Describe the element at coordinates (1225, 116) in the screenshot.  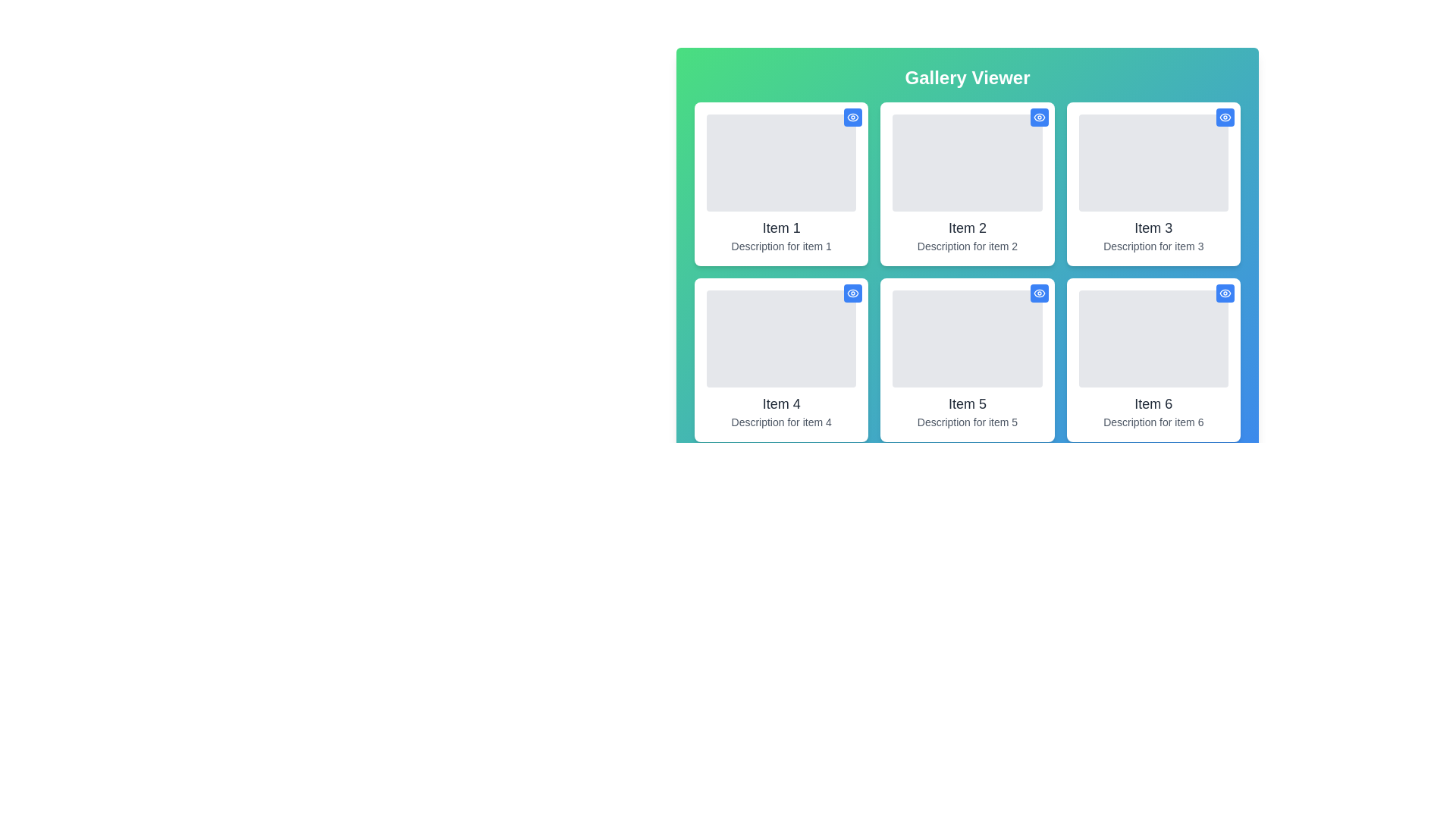
I see `the eye icon located in the top-right corner of the 'Item 3' card, which is depicted as a circular outline with a dot in the center against a blue background` at that location.